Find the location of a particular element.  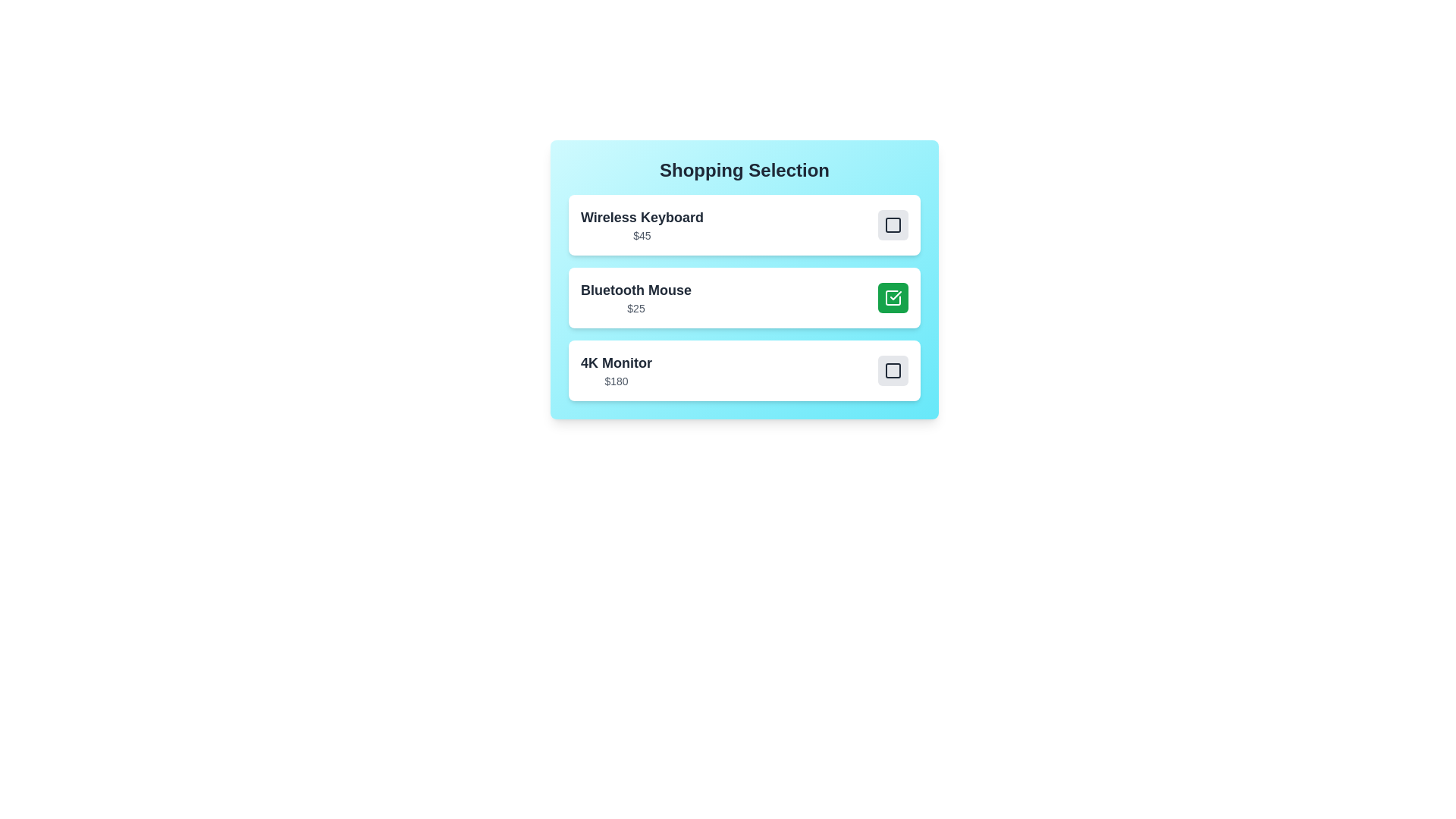

the green square button with rounded corners and a white checkmark icon is located at coordinates (893, 298).